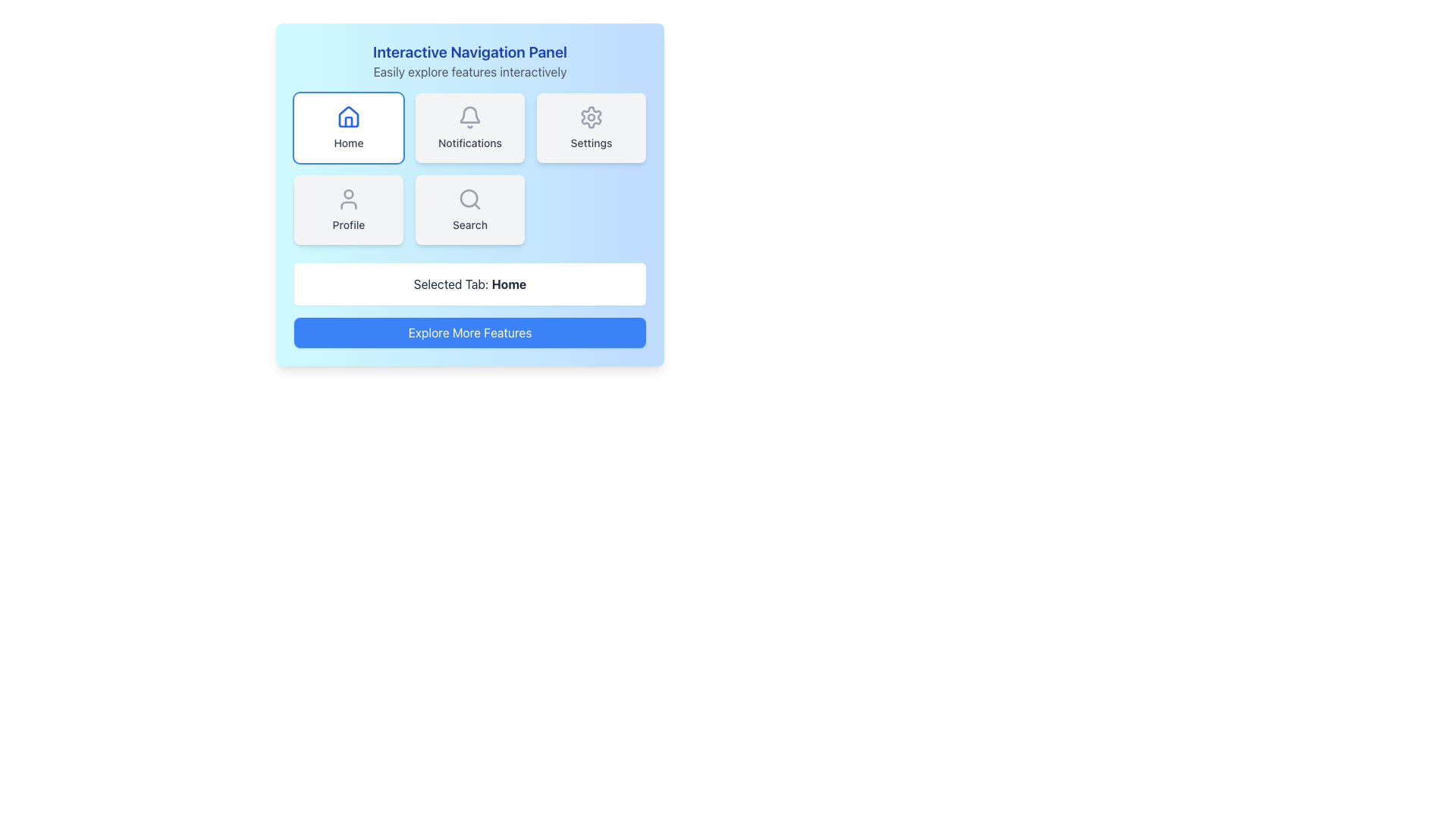 Image resolution: width=1456 pixels, height=819 pixels. What do you see at coordinates (590, 116) in the screenshot?
I see `the gear icon representing the settings within the navigation panel, located in the top right corner of the interface` at bounding box center [590, 116].